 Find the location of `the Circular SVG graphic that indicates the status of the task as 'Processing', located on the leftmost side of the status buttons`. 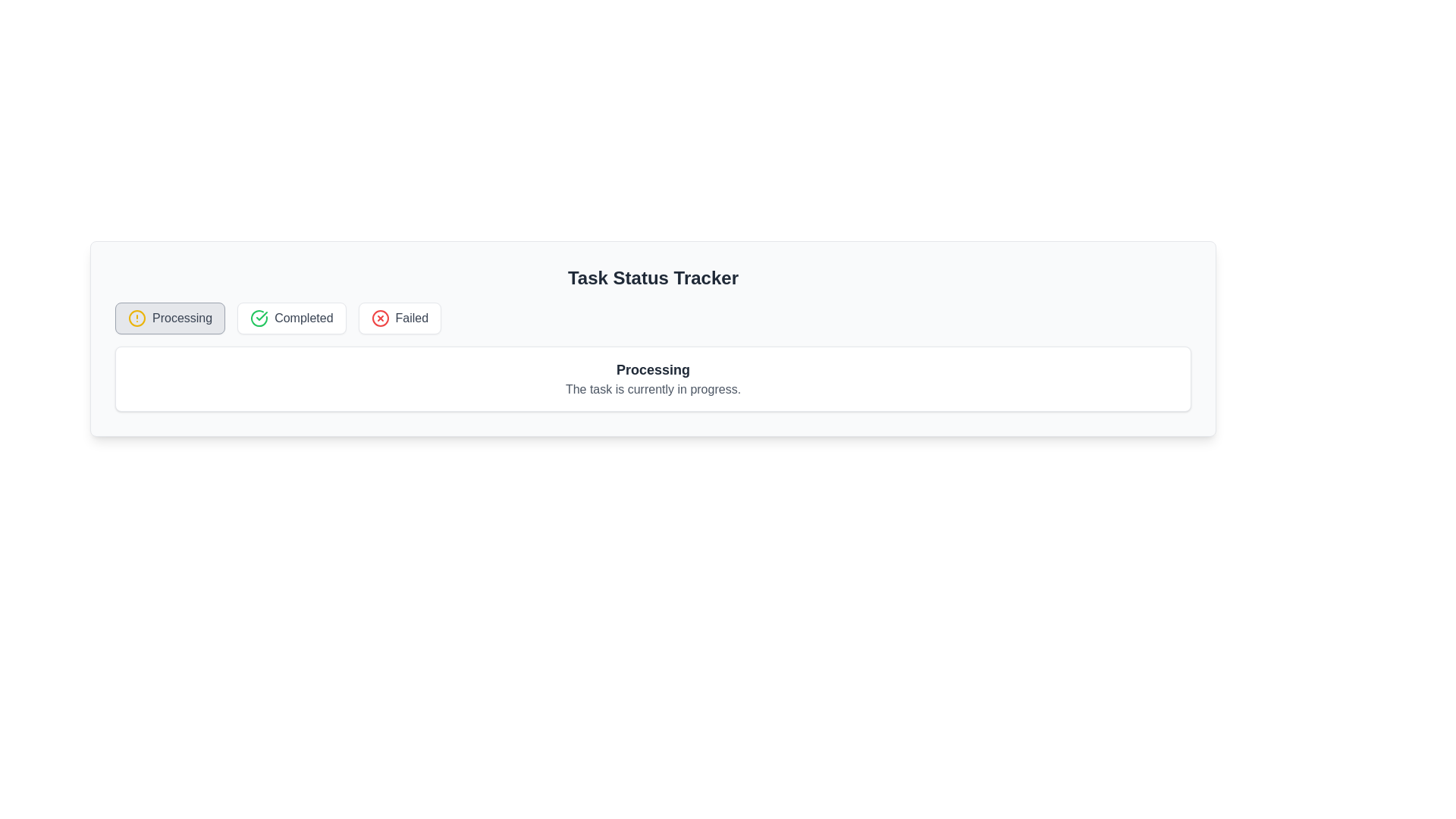

the Circular SVG graphic that indicates the status of the task as 'Processing', located on the leftmost side of the status buttons is located at coordinates (137, 318).